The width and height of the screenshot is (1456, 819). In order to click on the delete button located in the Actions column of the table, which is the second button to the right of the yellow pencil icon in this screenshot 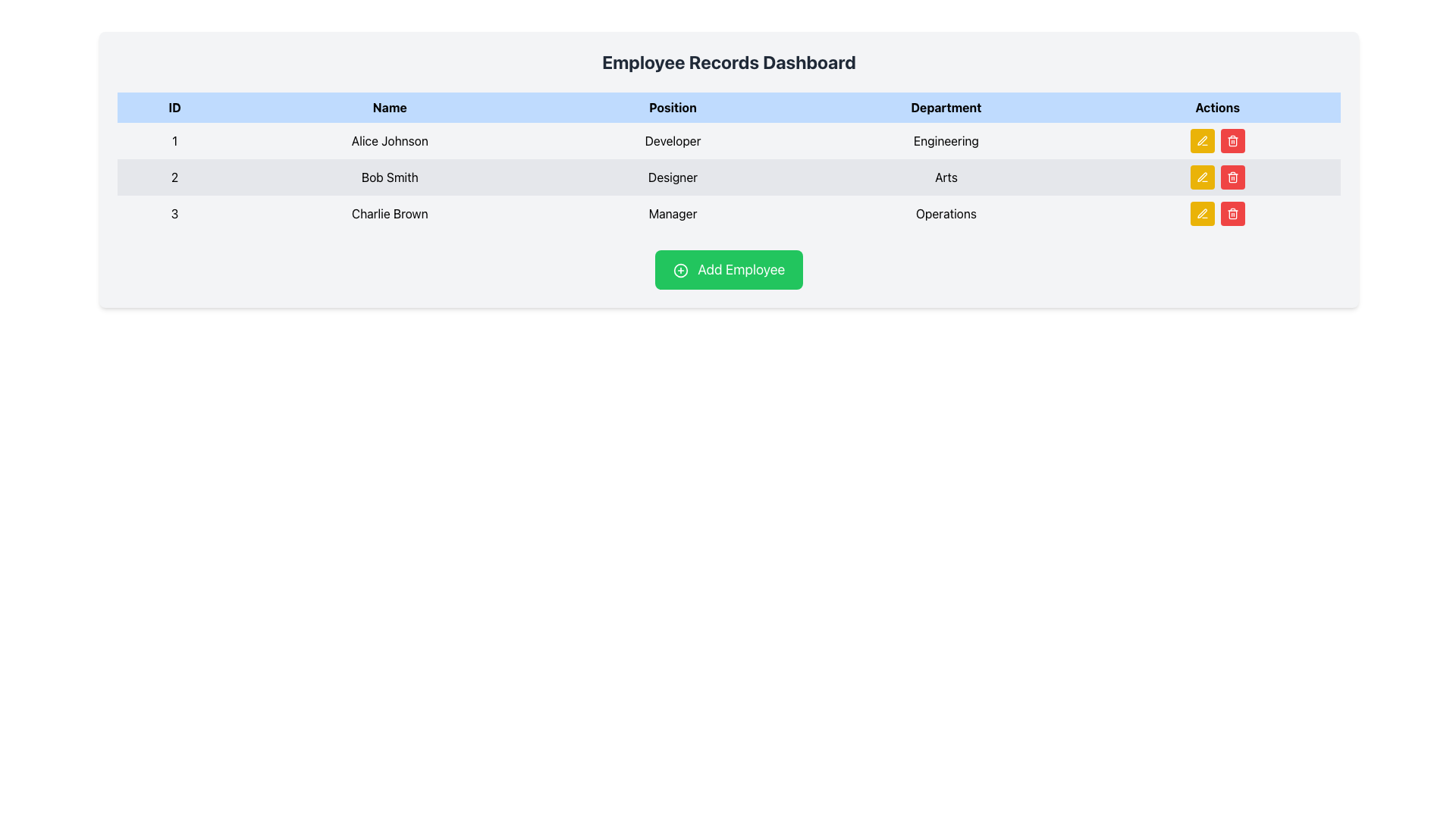, I will do `click(1232, 213)`.